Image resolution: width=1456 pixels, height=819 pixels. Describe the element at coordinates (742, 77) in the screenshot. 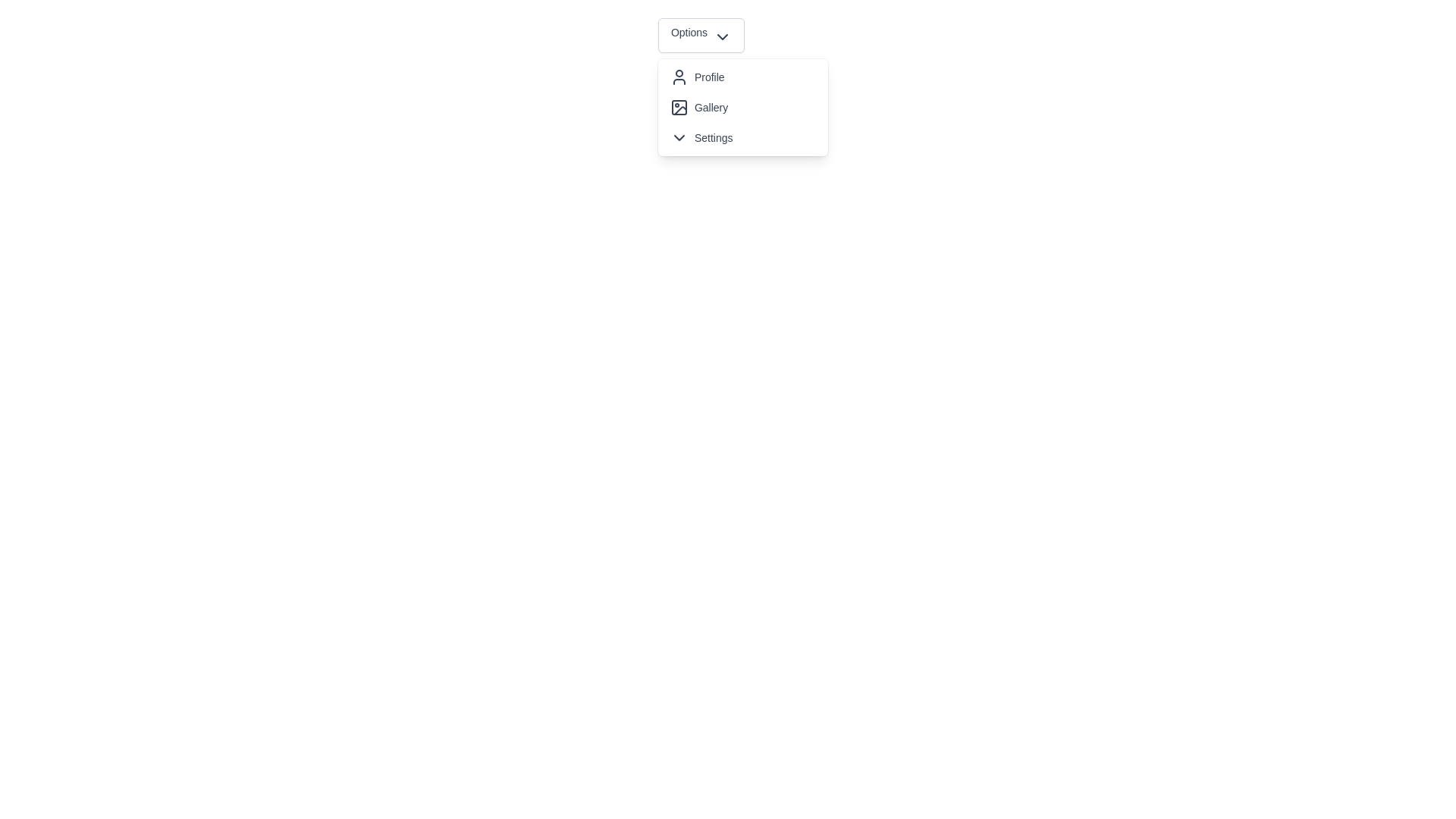

I see `'Profile' menu item, which includes a user silhouette icon and medium font text, positioned as the first item in the dropdown menu` at that location.